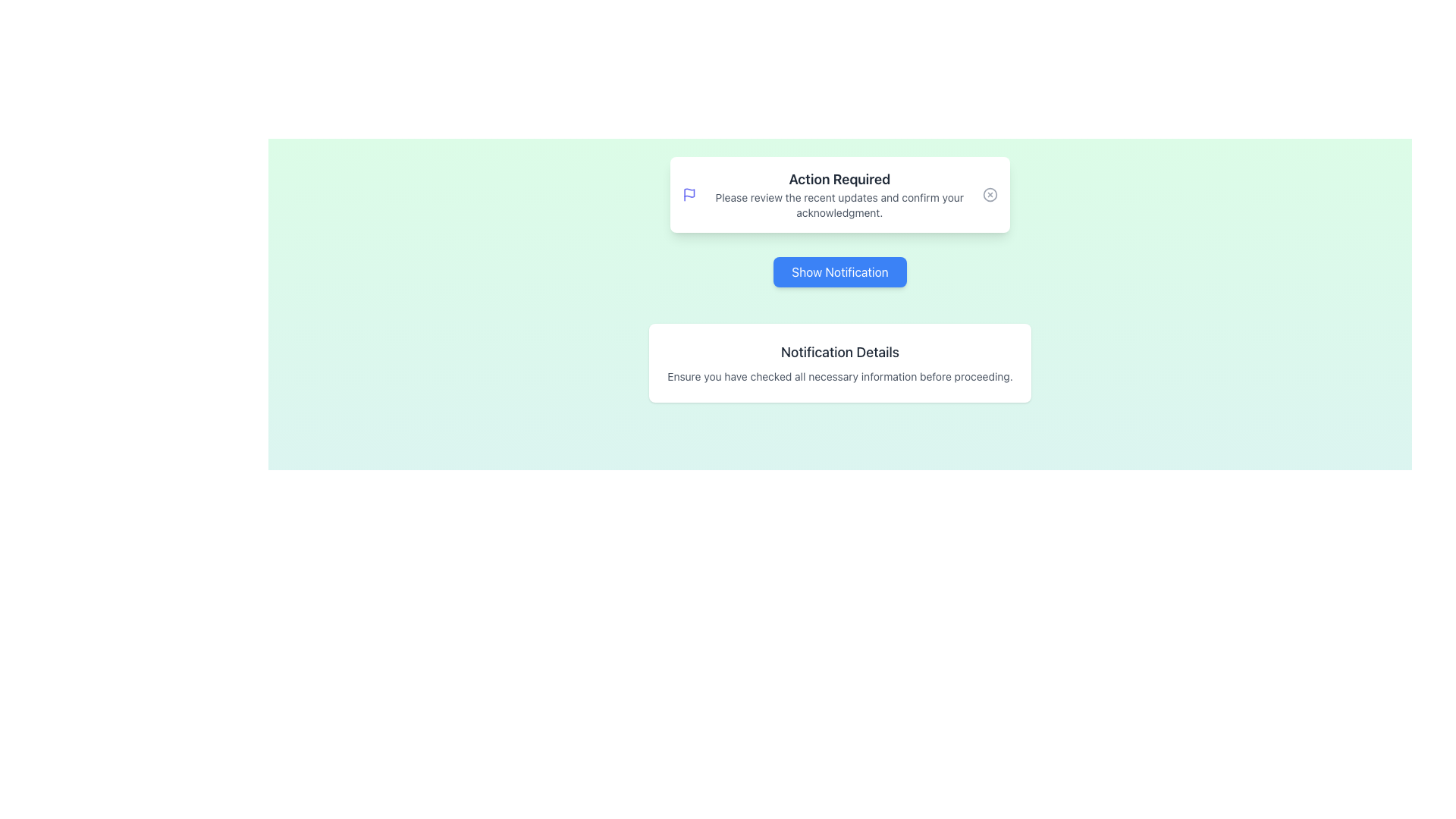 Image resolution: width=1456 pixels, height=819 pixels. Describe the element at coordinates (839, 205) in the screenshot. I see `informational text label that states, 'Please review the recent updates and confirm your acknowledgment.'` at that location.